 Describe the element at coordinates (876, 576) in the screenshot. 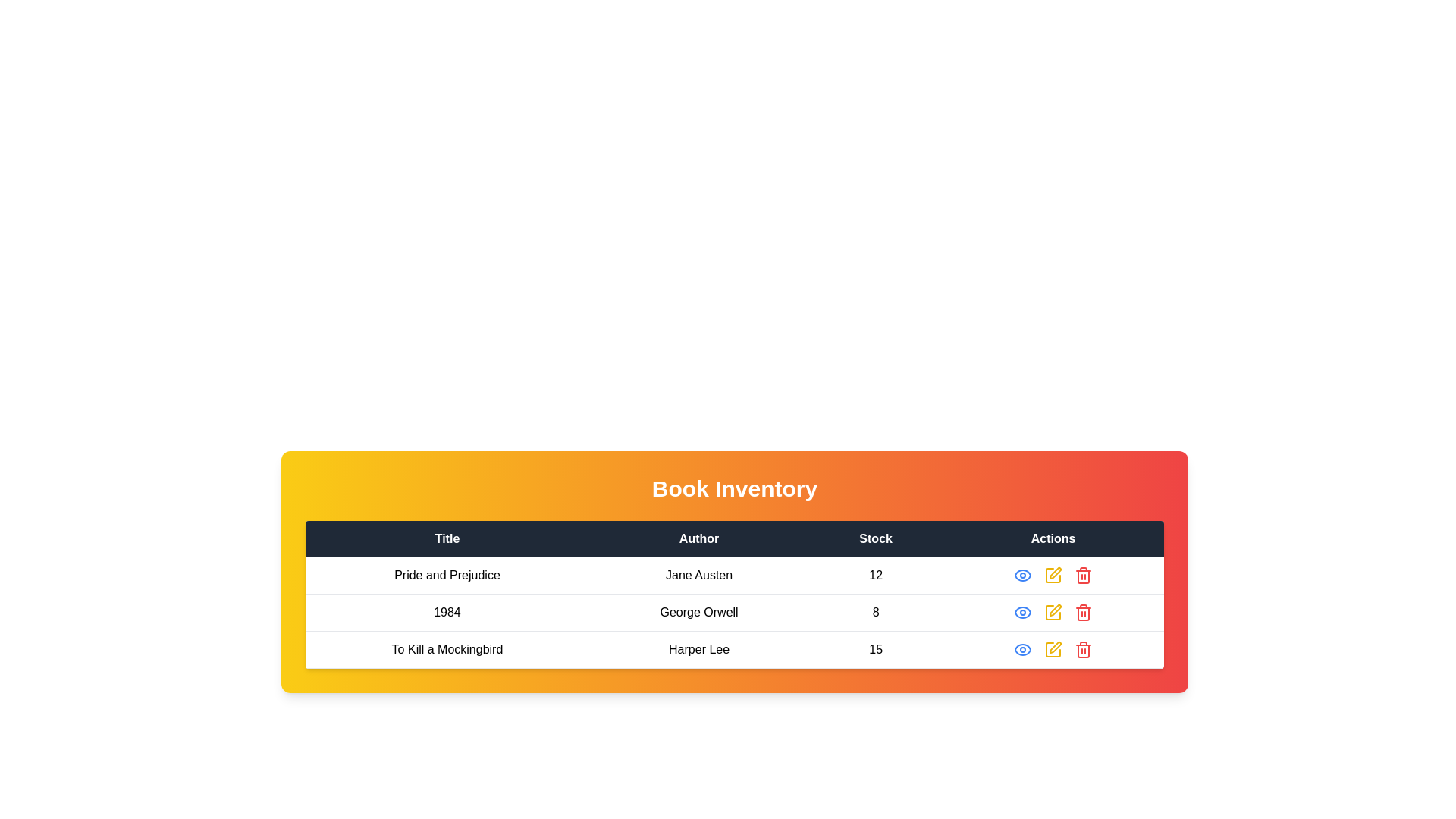

I see `the Text display field showing '12' in the third column of the first data row under the 'Stock' header, associated with 'Pride and Prejudice' by 'Jane Austen'` at that location.